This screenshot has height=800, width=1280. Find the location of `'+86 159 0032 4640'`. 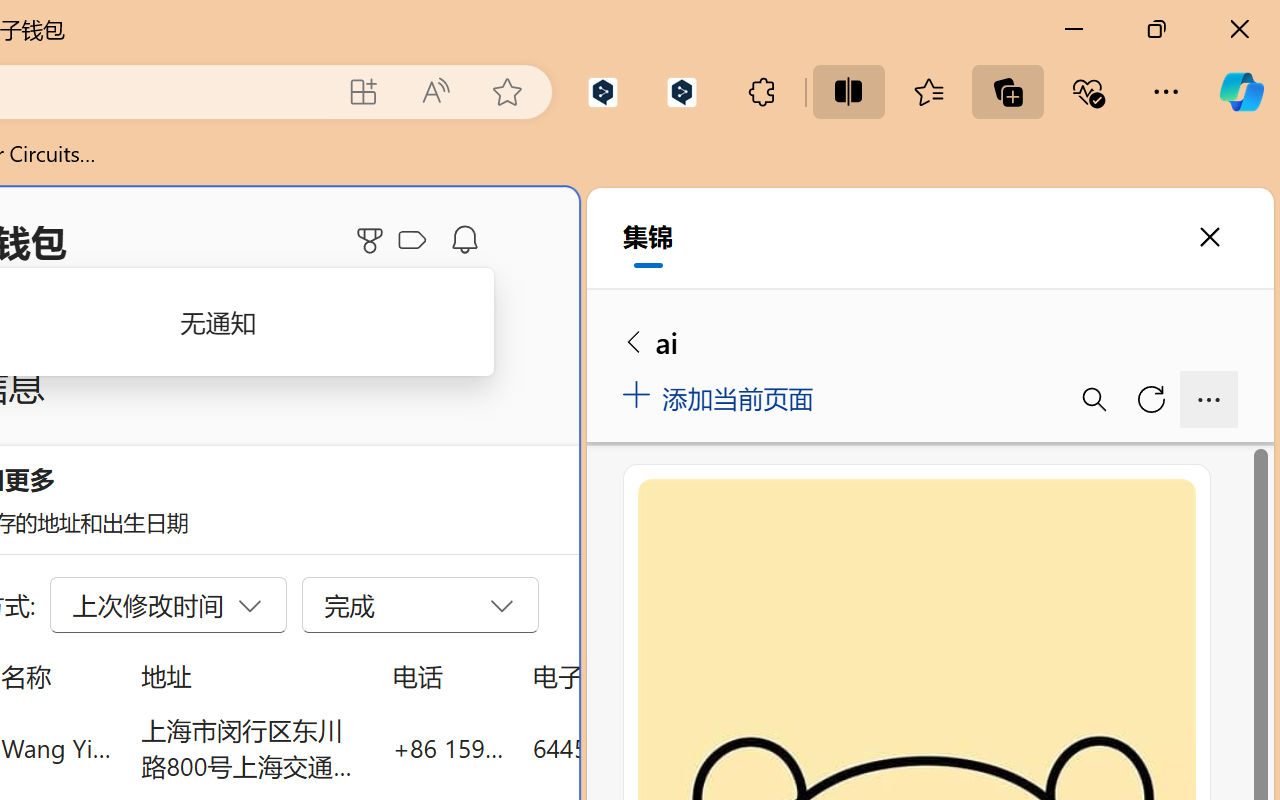

'+86 159 0032 4640' is located at coordinates (447, 747).